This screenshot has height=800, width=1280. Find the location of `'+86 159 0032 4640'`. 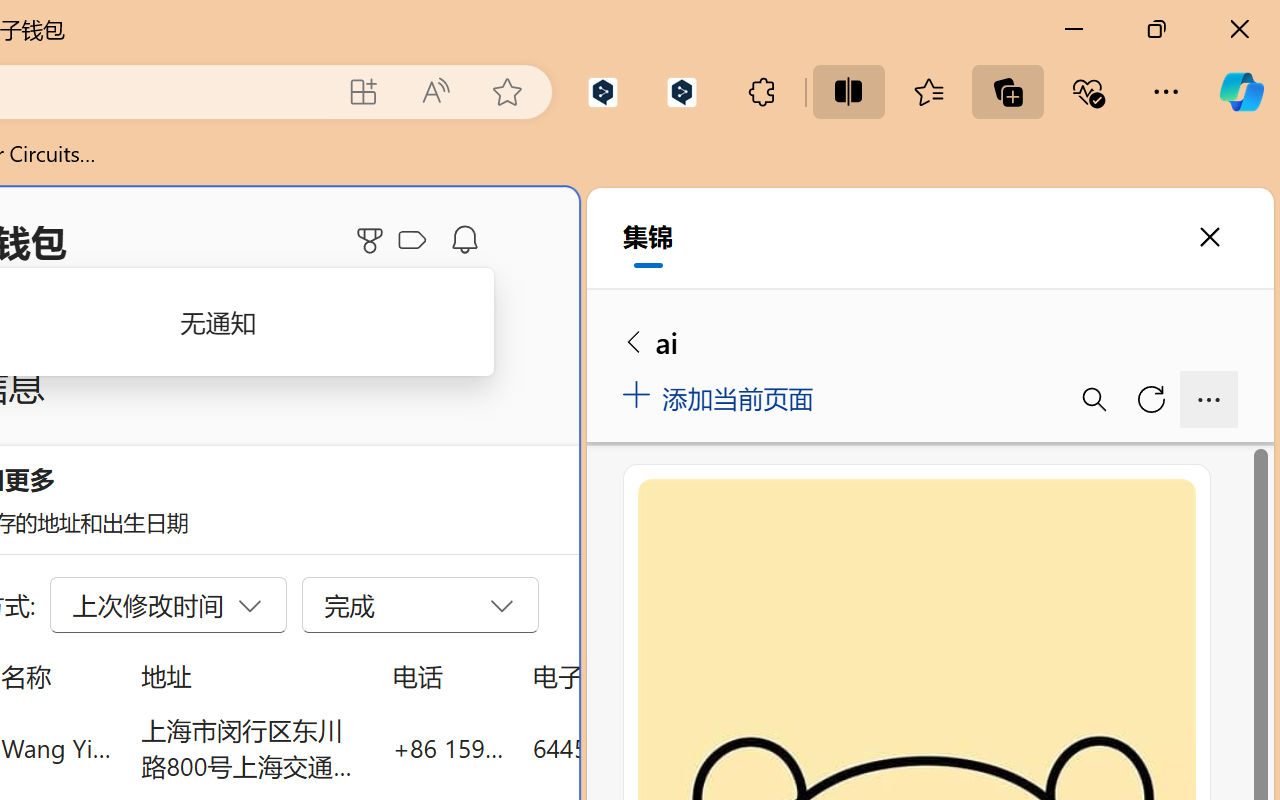

'+86 159 0032 4640' is located at coordinates (447, 747).